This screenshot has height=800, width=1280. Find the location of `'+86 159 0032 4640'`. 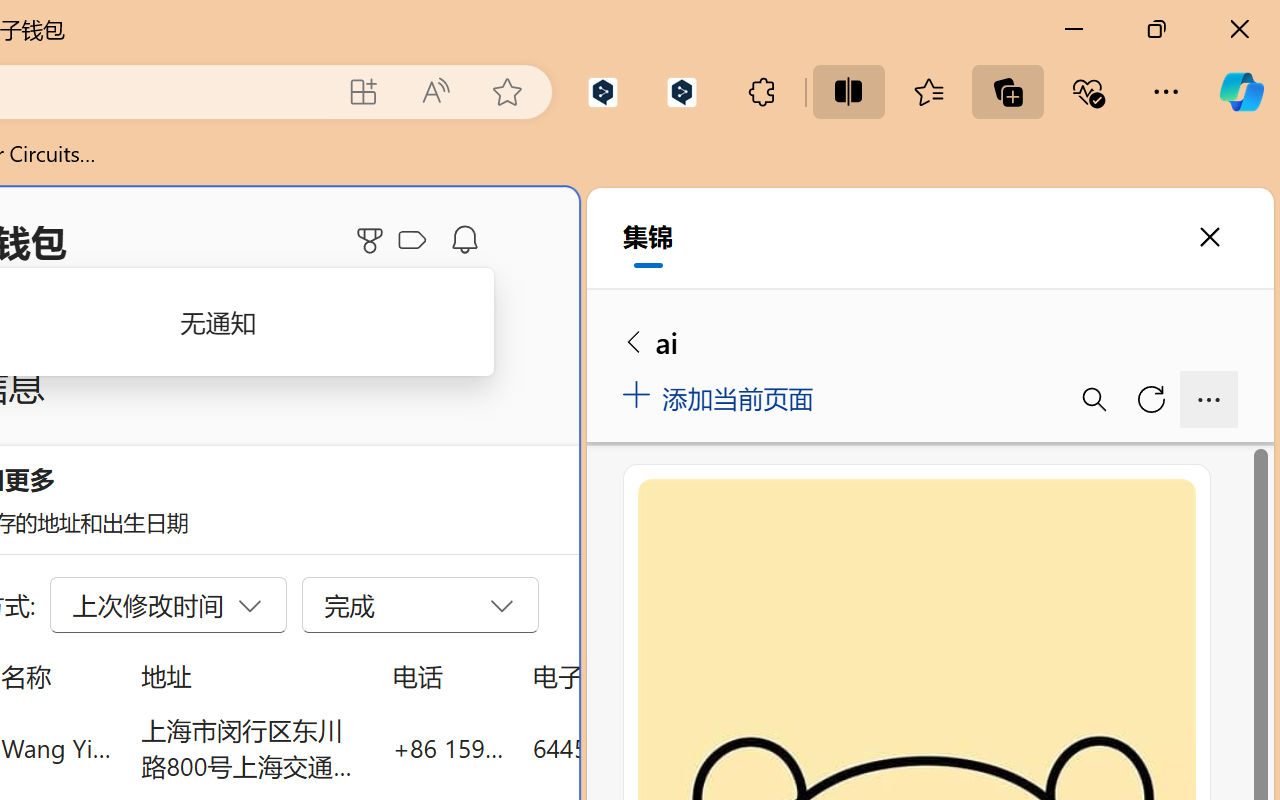

'+86 159 0032 4640' is located at coordinates (447, 747).